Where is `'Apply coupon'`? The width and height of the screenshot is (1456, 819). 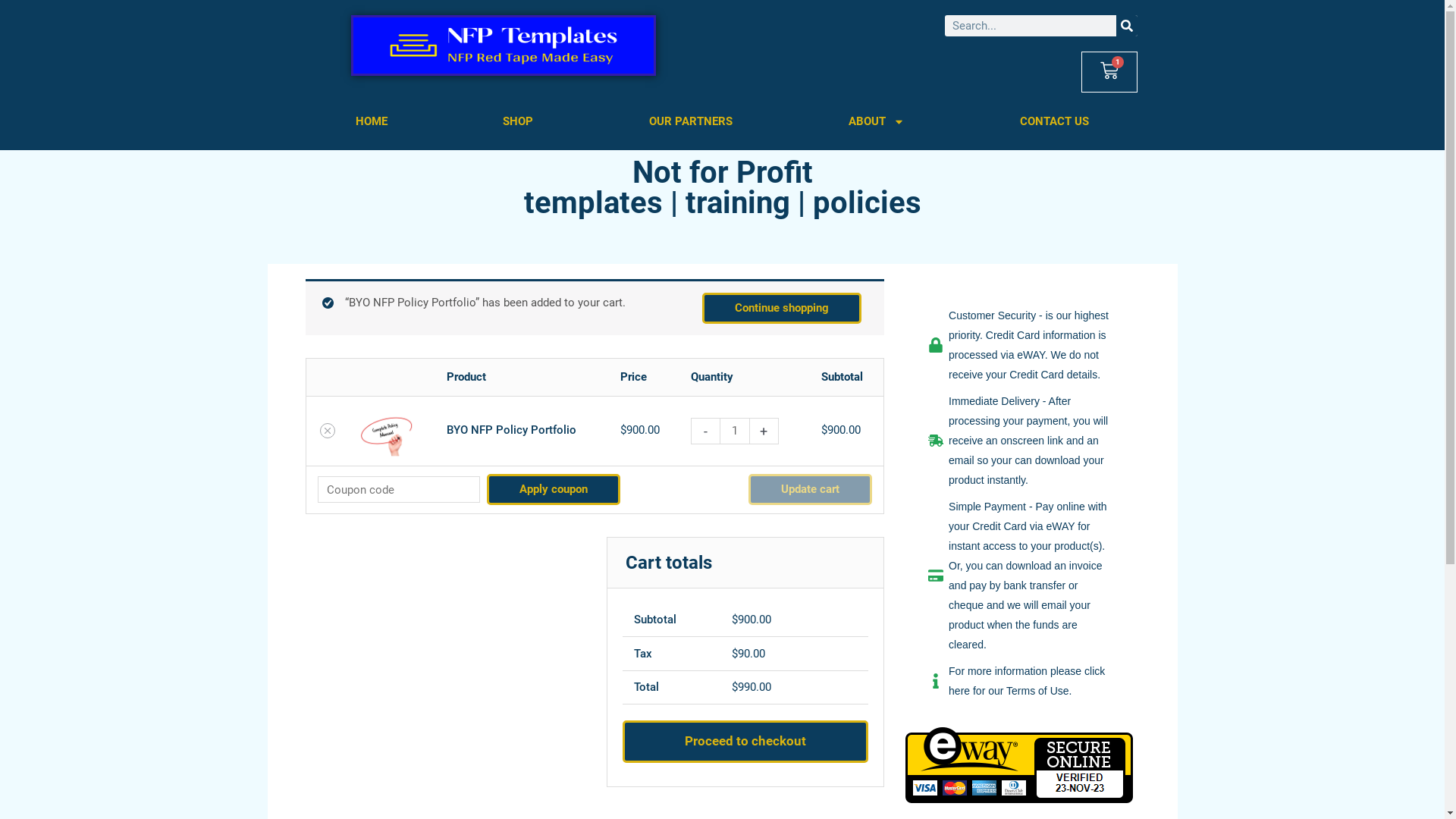 'Apply coupon' is located at coordinates (552, 489).